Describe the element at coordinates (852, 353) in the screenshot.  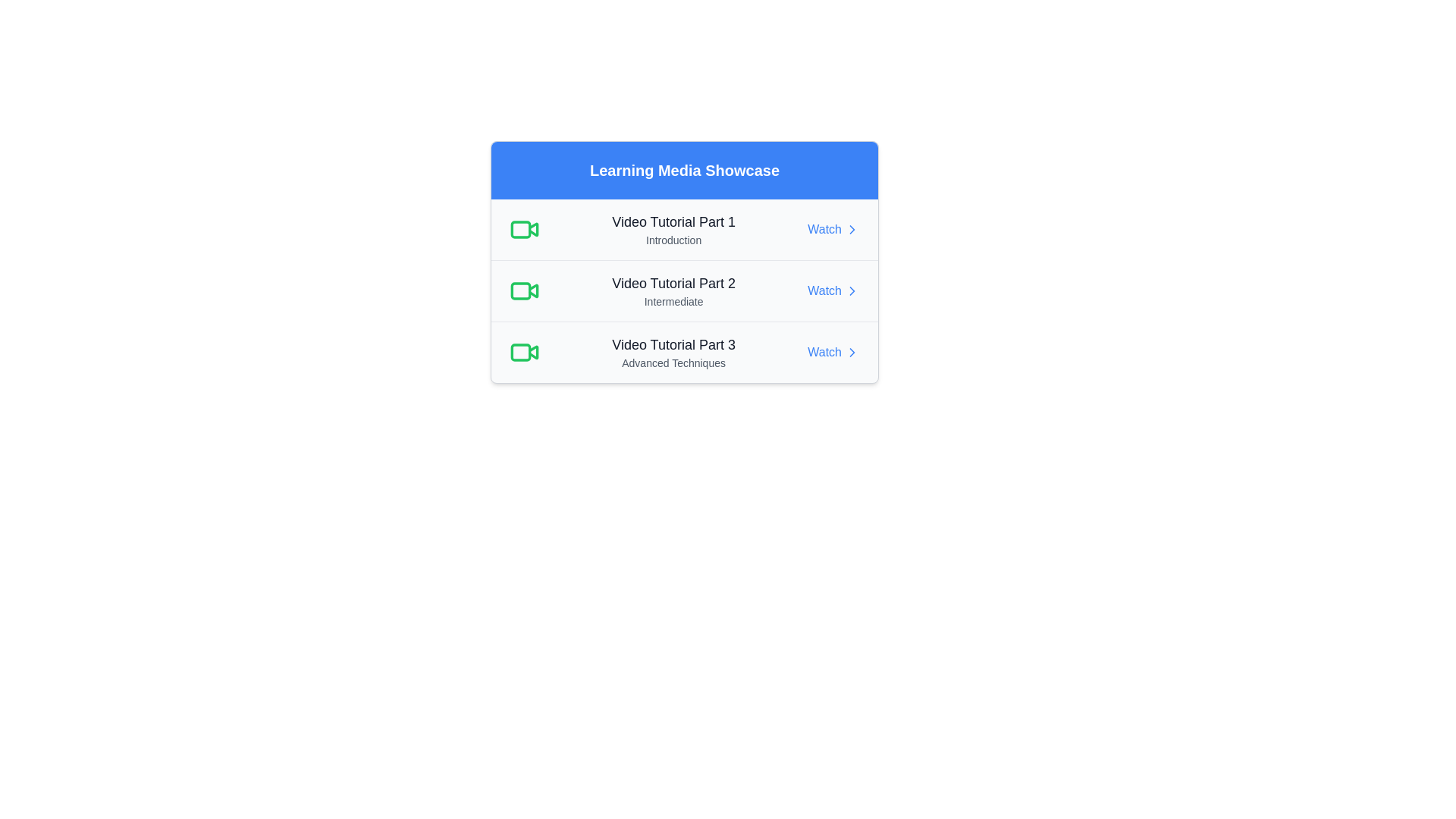
I see `the right-facing chevron icon located to the right of the 'Watch' text in the row associated with 'Video Tutorial Part 1'` at that location.